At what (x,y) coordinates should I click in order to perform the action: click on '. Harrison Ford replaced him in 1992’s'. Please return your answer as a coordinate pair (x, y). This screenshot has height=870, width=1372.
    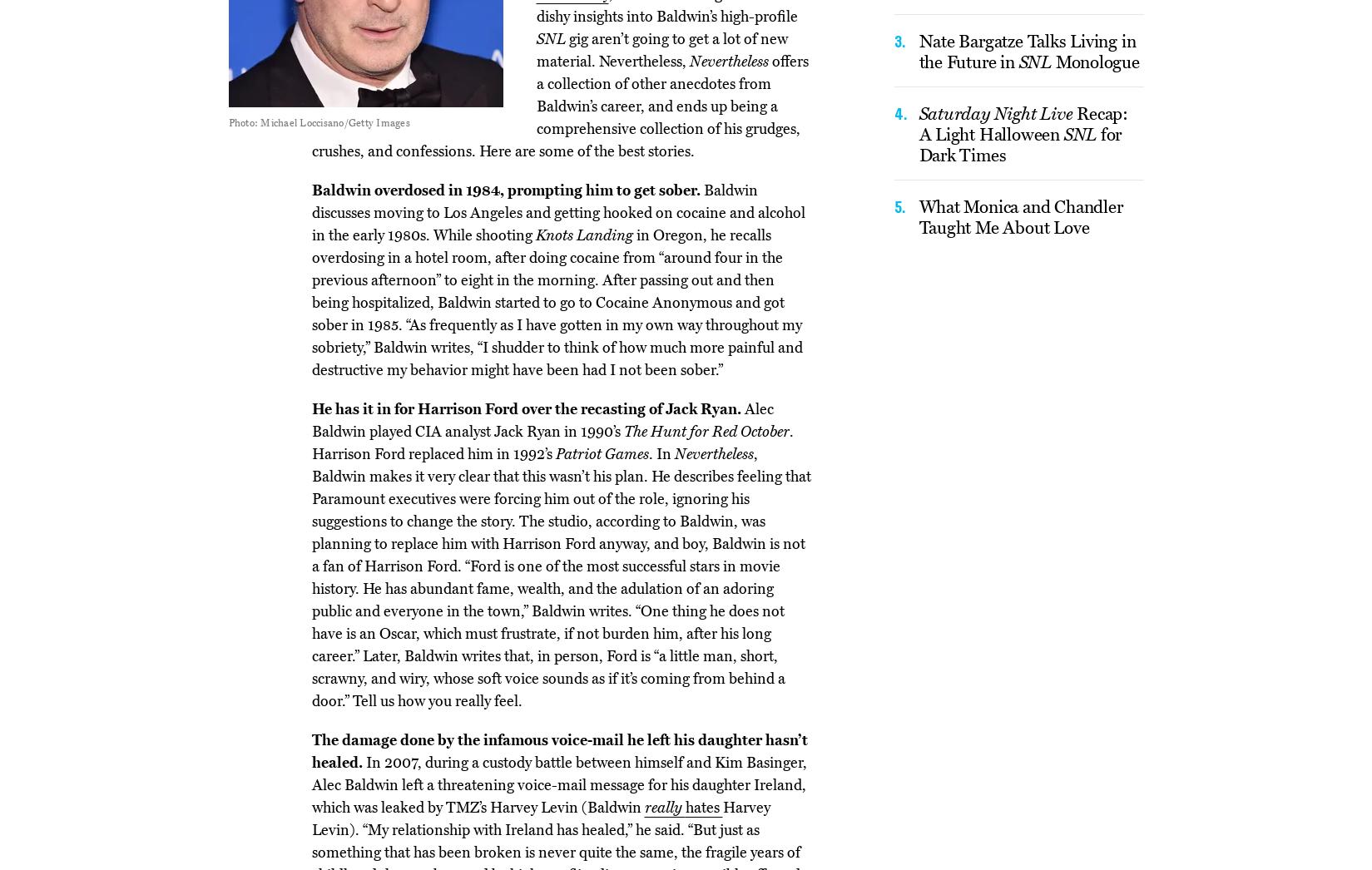
    Looking at the image, I should click on (310, 441).